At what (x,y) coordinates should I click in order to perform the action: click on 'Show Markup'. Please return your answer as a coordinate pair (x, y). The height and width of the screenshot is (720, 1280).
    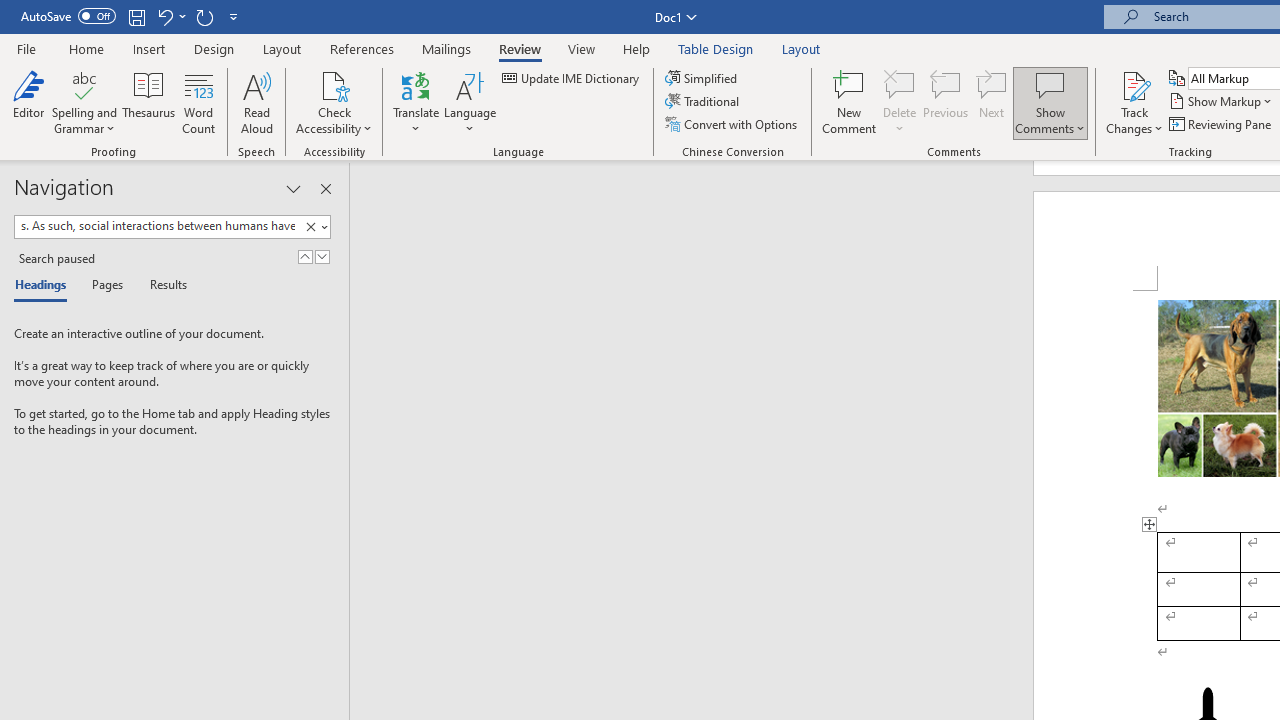
    Looking at the image, I should click on (1221, 101).